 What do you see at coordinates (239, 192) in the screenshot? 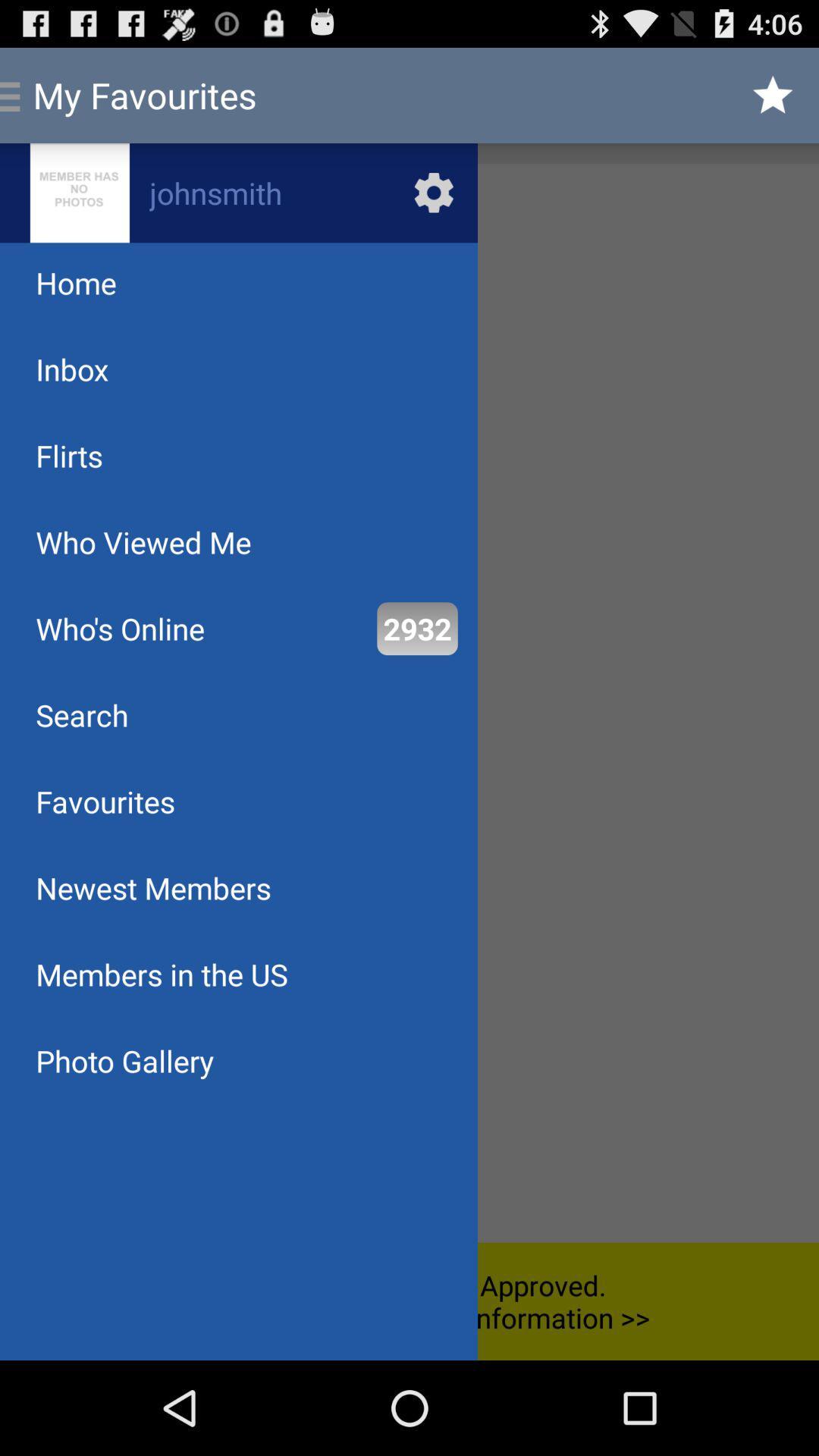
I see `profile photo and profile name for the currently logged in user` at bounding box center [239, 192].